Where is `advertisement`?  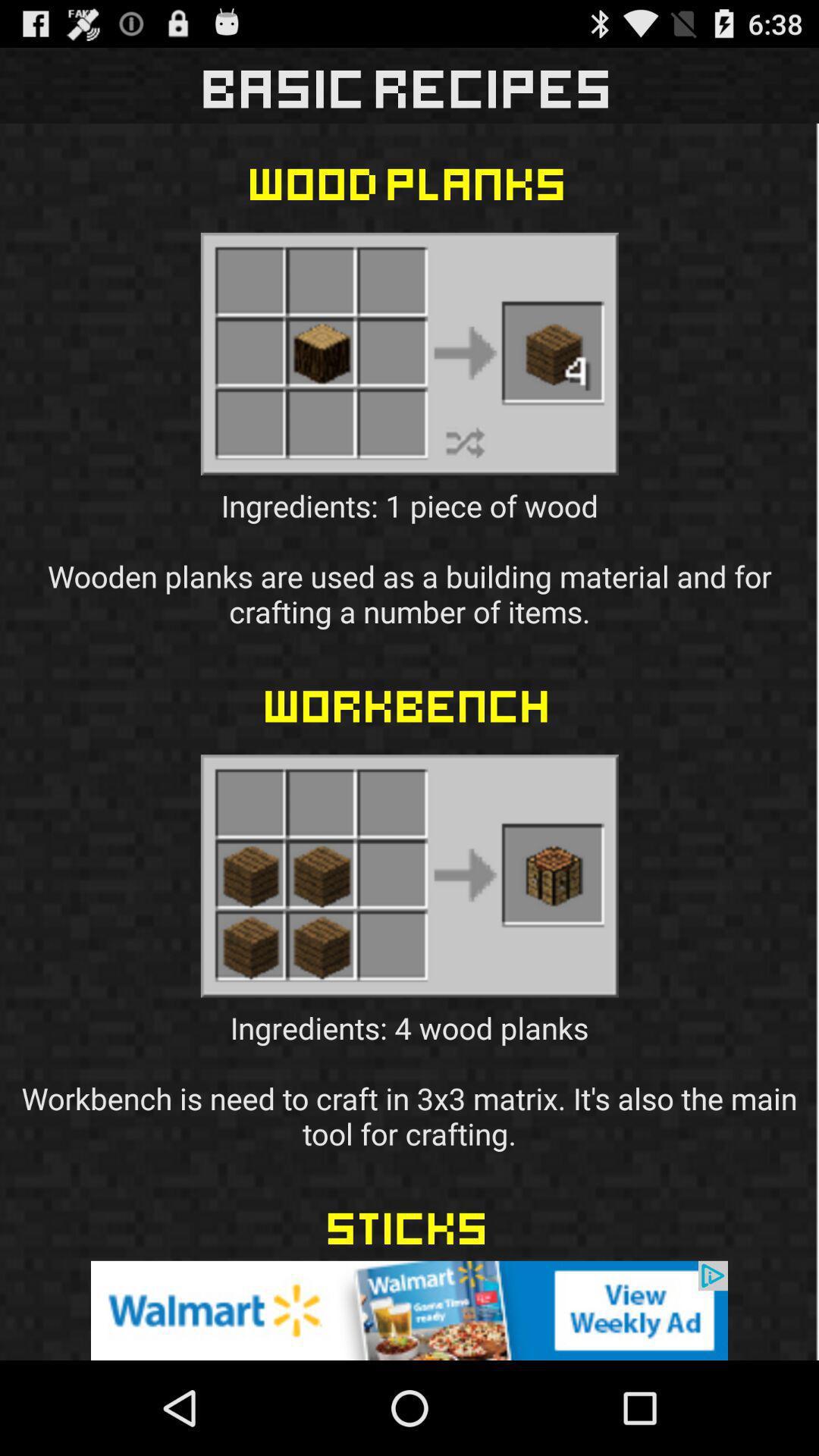 advertisement is located at coordinates (409, 1310).